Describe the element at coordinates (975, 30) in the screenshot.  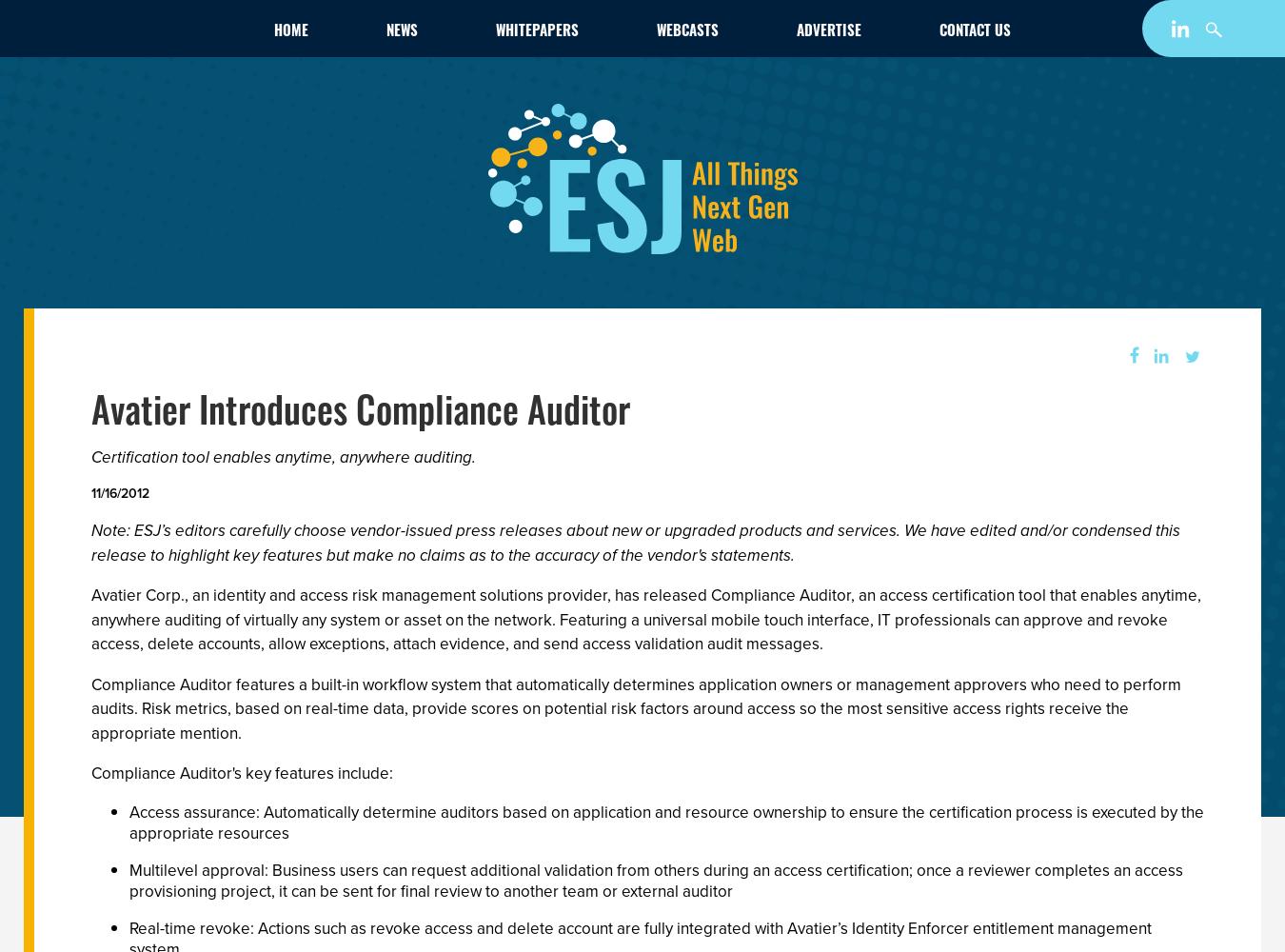
I see `'Contact Us'` at that location.